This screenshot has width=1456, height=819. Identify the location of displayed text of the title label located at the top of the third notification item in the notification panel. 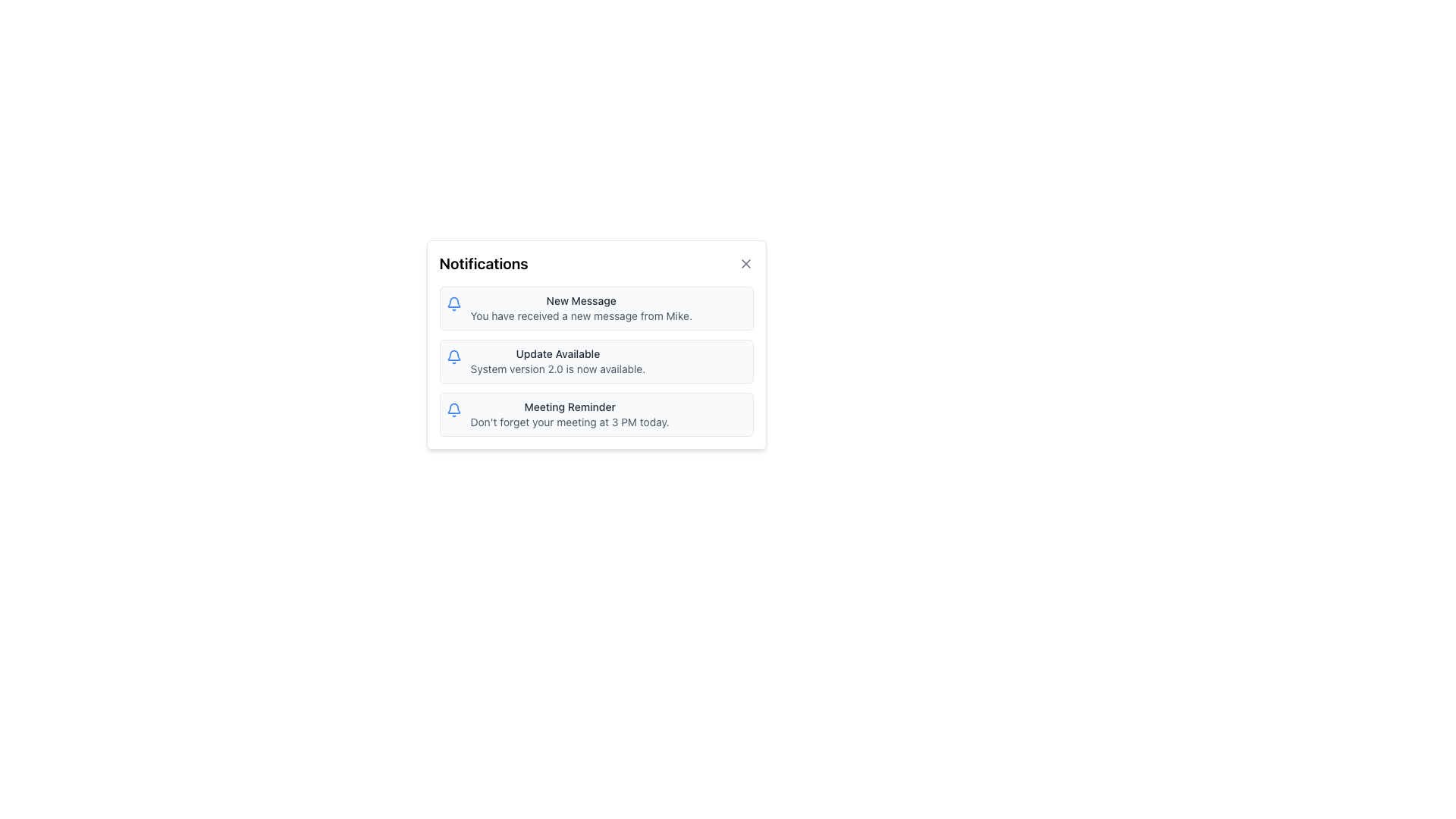
(569, 406).